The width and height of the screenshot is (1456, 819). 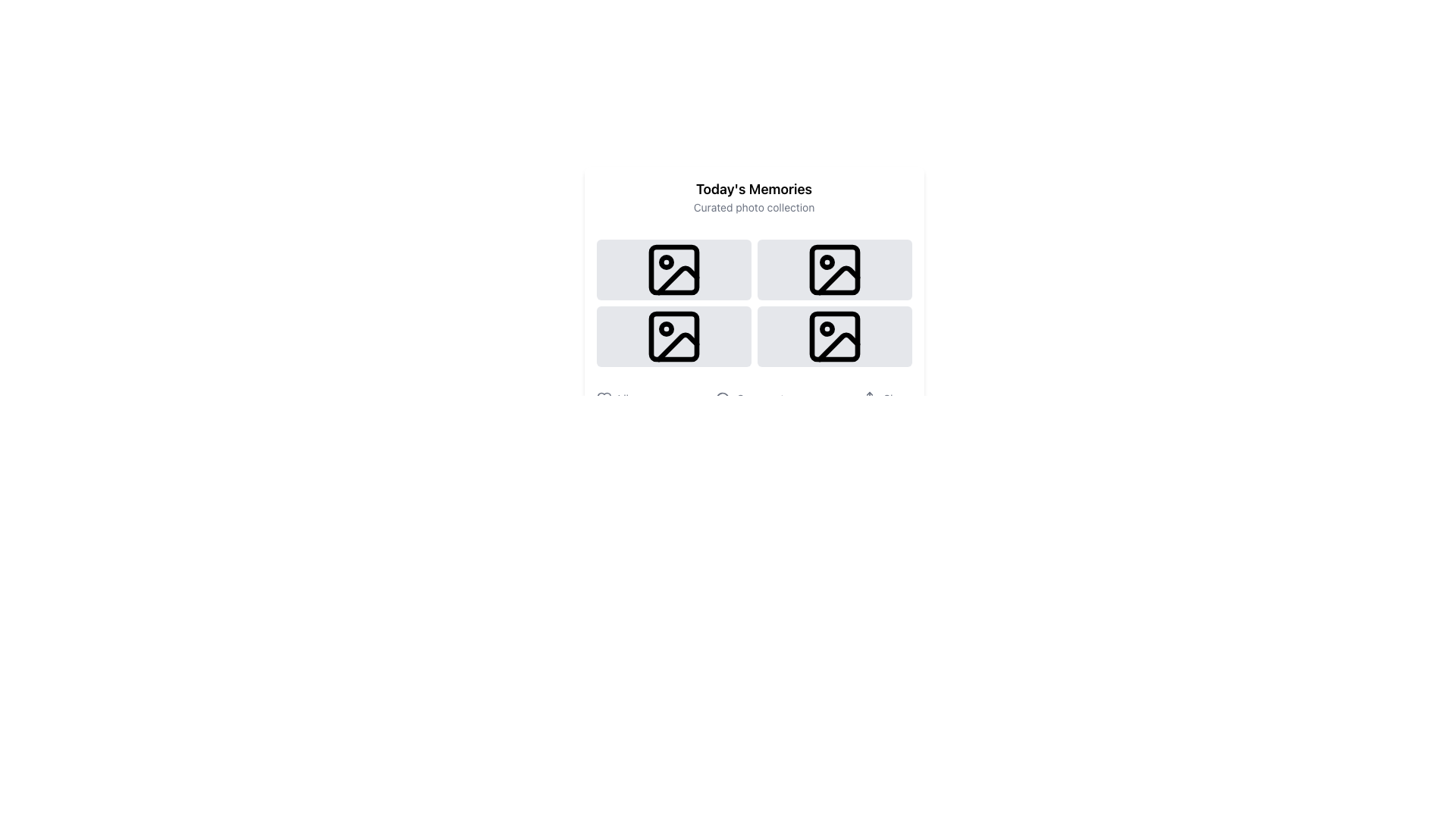 I want to click on the small heart-shaped icon outlined with a thin stroke, located to the left of the 'Like' text label, so click(x=603, y=397).